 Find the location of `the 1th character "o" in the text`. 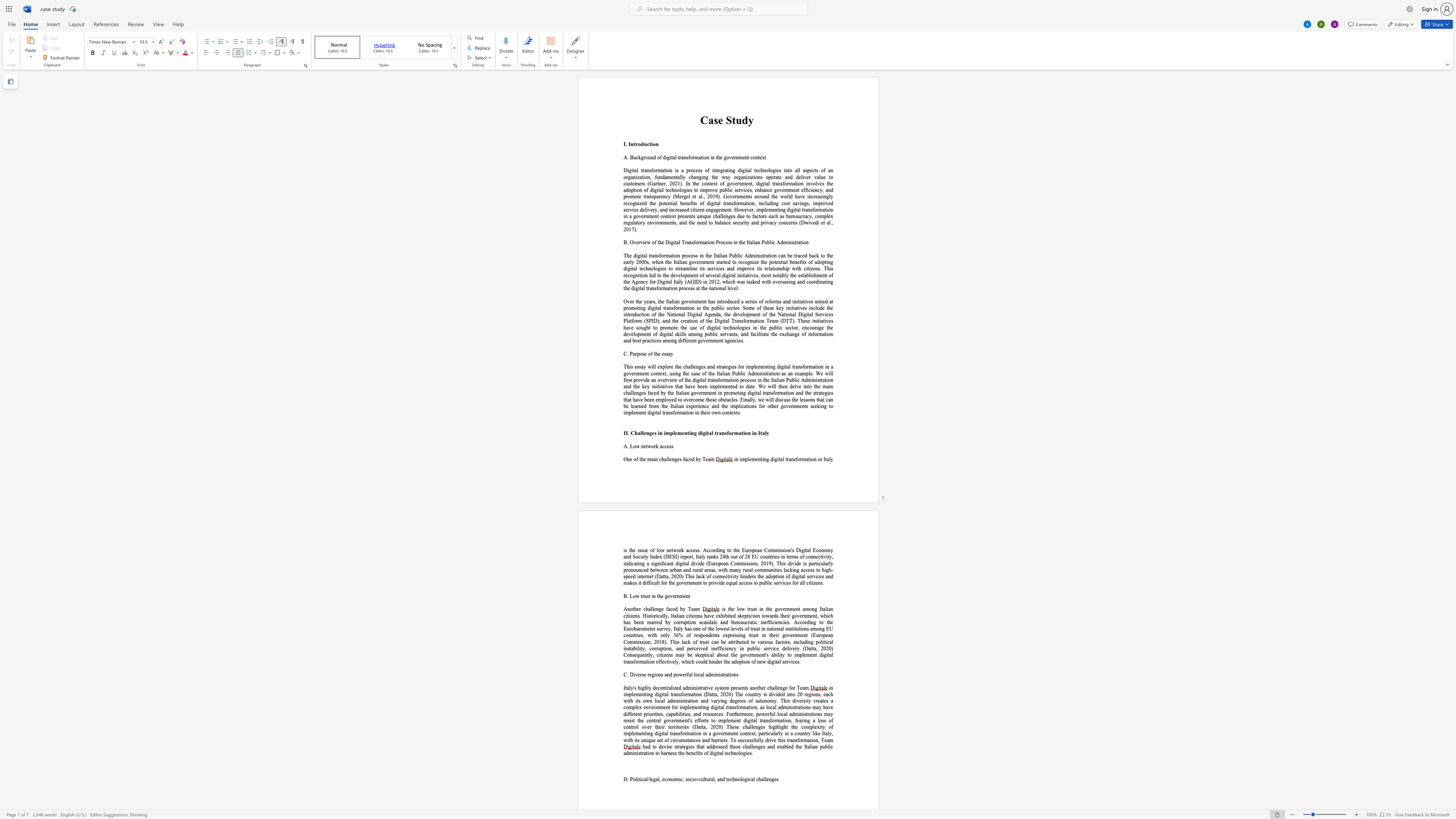

the 1th character "o" in the text is located at coordinates (631, 609).